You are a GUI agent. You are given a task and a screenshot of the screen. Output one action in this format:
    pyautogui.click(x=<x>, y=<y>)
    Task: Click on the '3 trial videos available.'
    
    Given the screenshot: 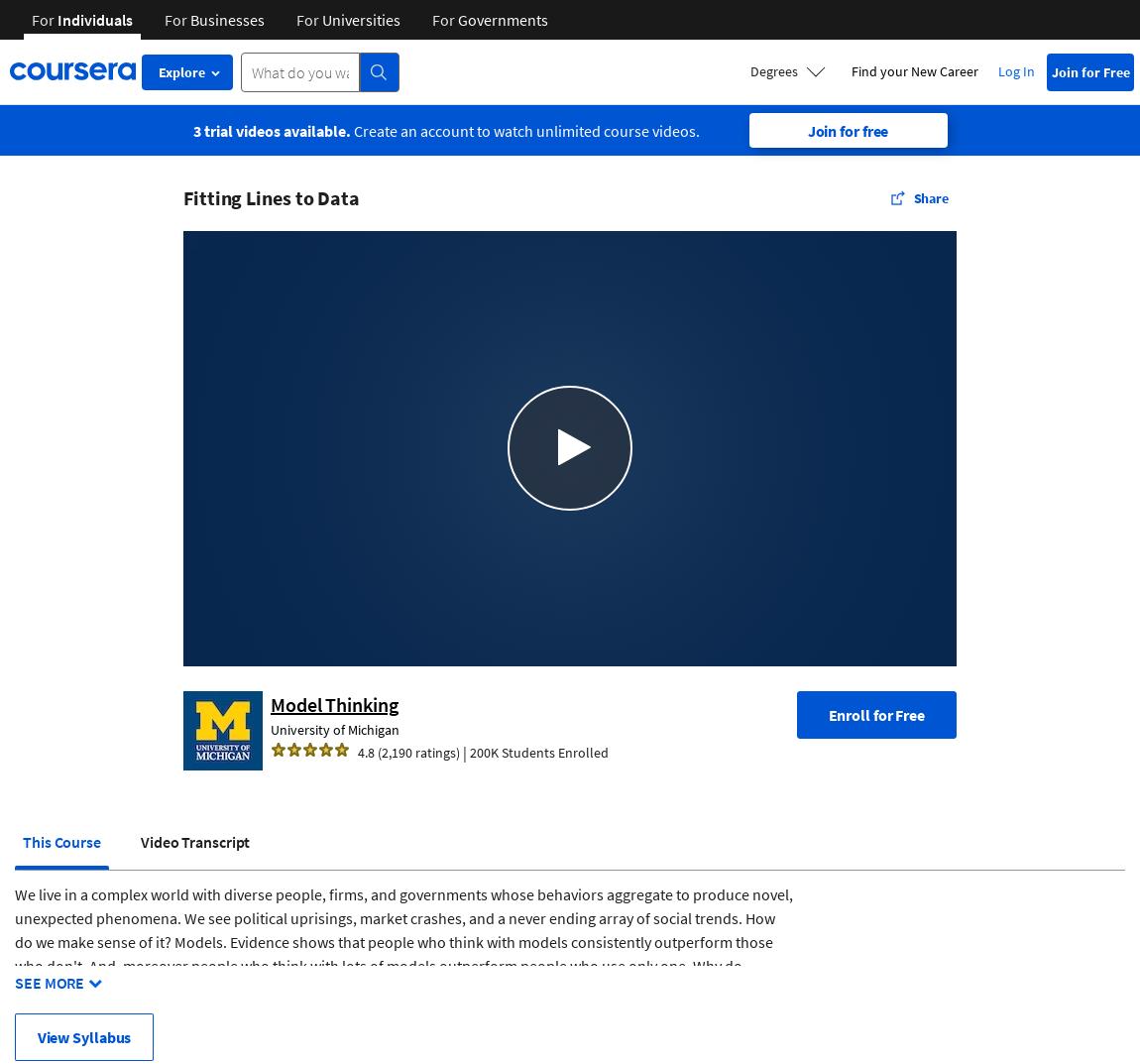 What is the action you would take?
    pyautogui.click(x=270, y=129)
    